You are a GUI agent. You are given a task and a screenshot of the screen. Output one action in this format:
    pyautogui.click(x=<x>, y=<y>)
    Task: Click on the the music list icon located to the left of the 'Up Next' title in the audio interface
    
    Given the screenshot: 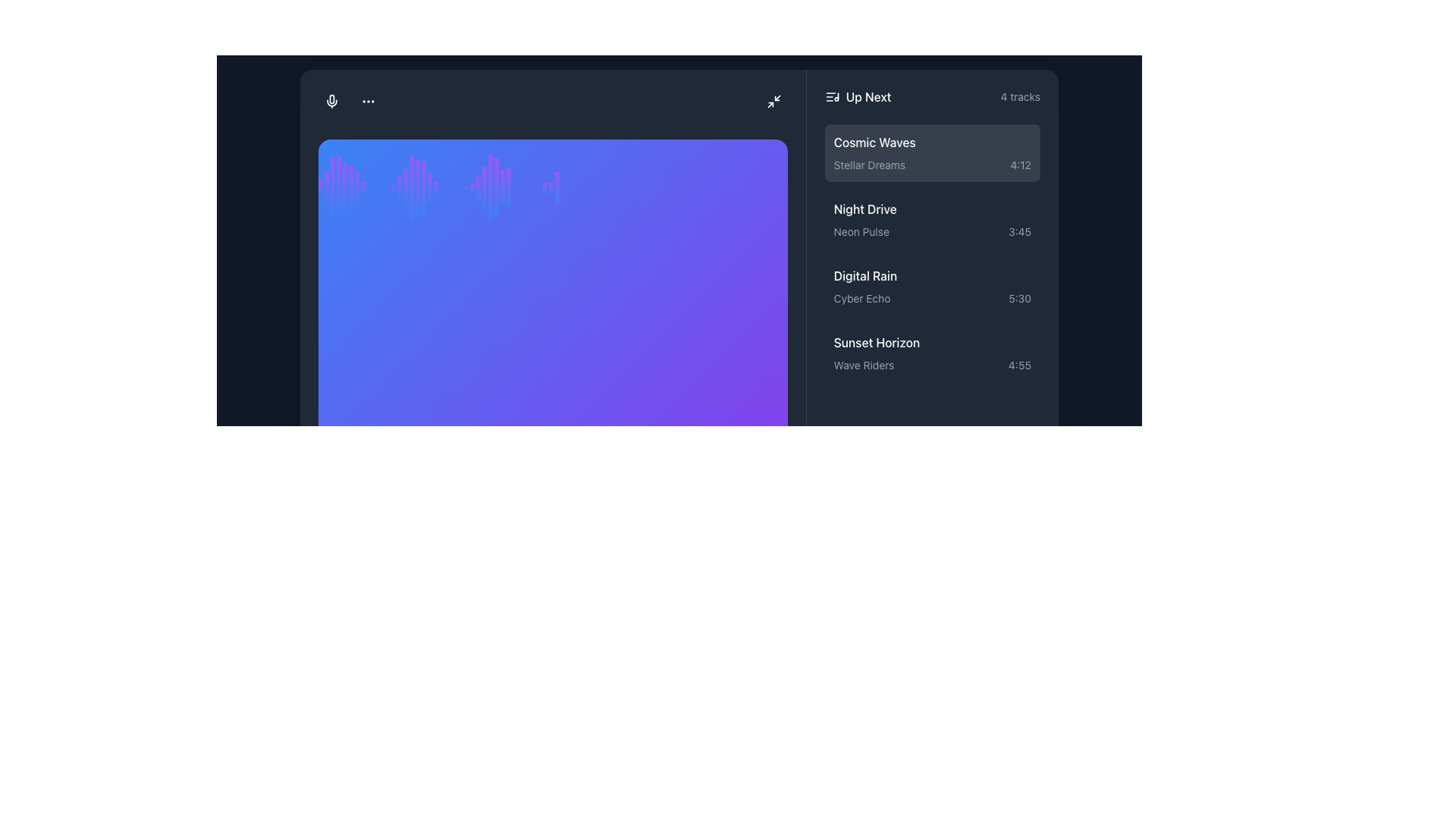 What is the action you would take?
    pyautogui.click(x=831, y=96)
    